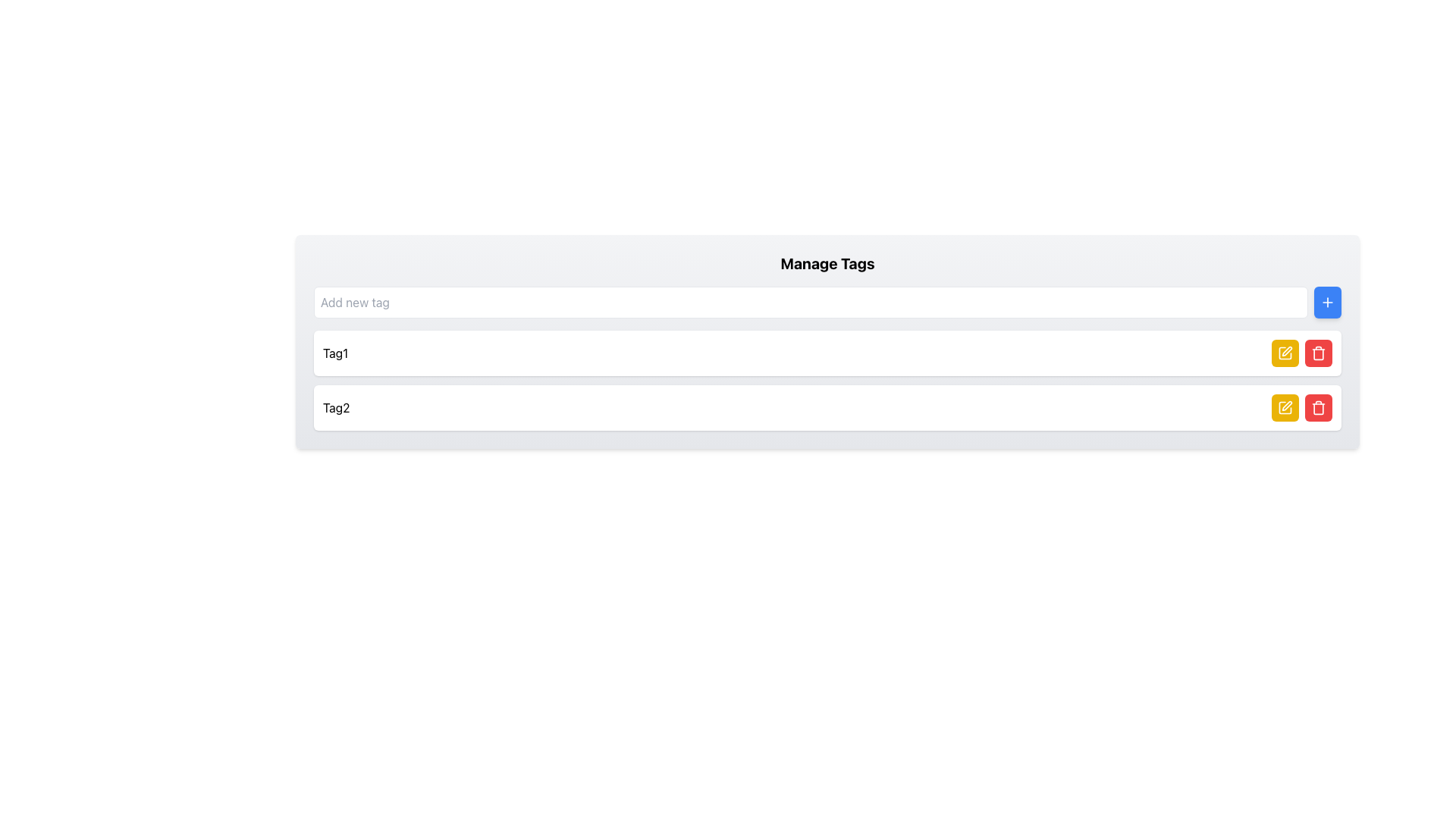  Describe the element at coordinates (1317, 353) in the screenshot. I see `the second action button used` at that location.